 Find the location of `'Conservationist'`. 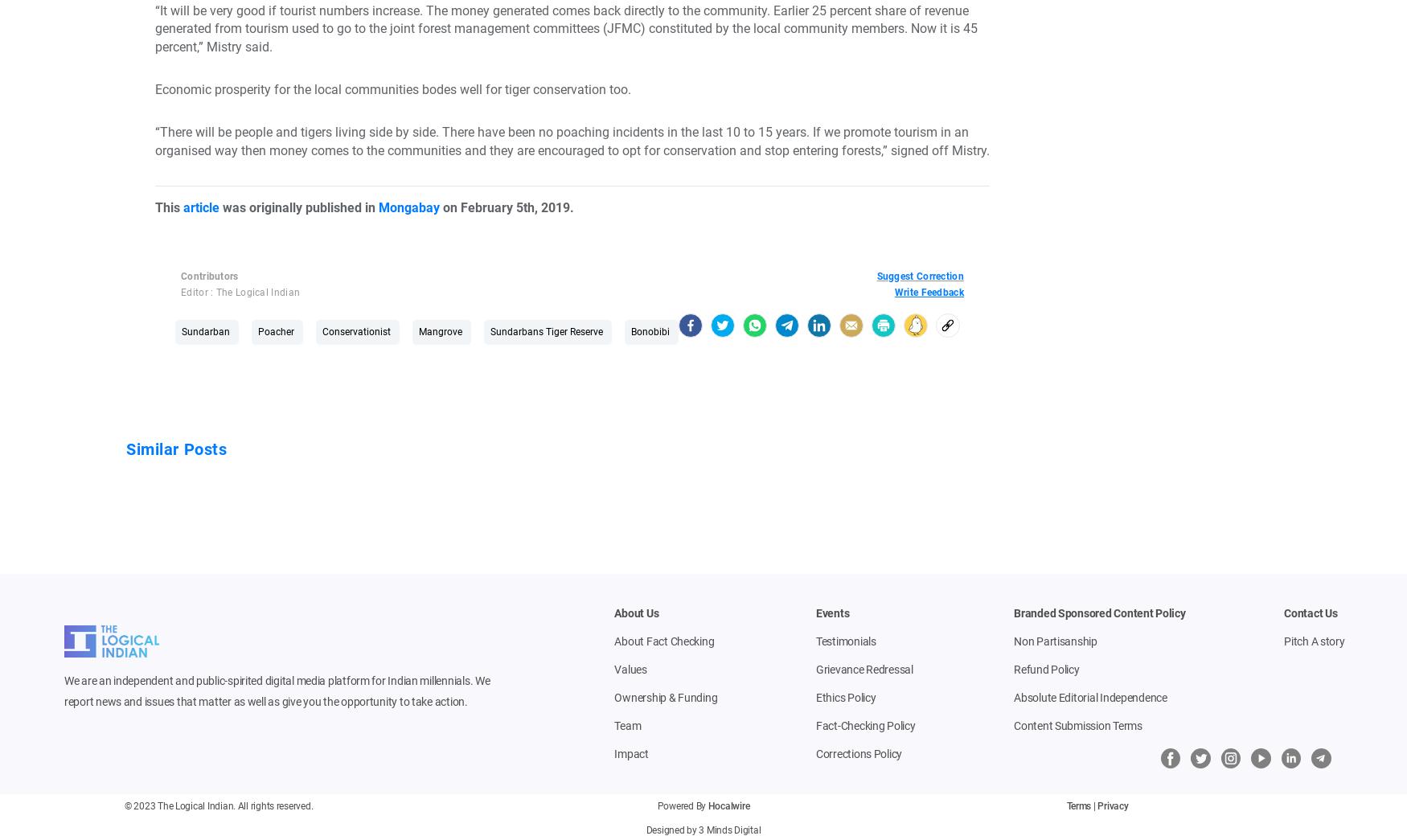

'Conservationist' is located at coordinates (358, 331).